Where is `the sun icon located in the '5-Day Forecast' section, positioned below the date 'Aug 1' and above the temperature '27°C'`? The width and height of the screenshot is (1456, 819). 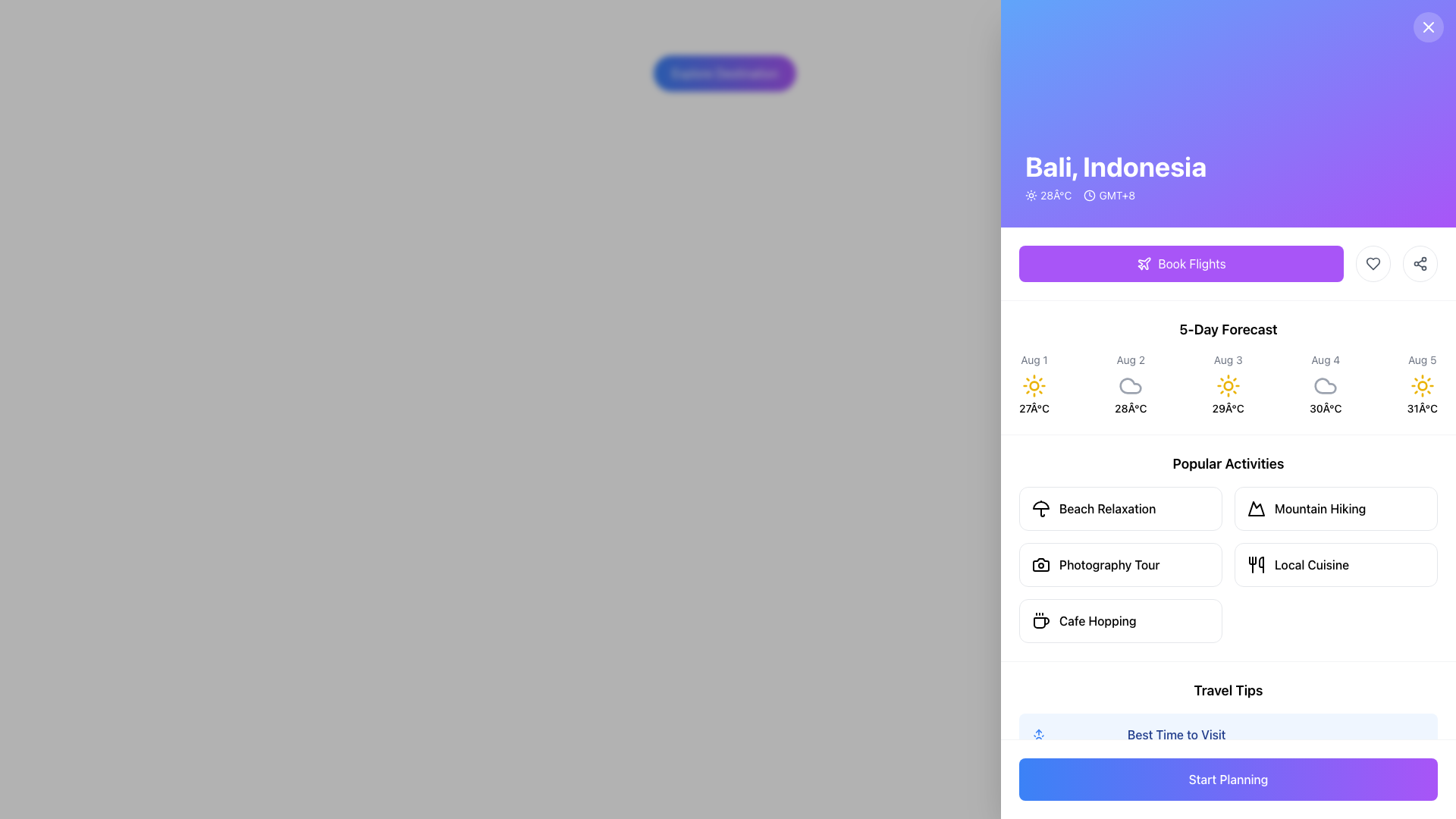 the sun icon located in the '5-Day Forecast' section, positioned below the date 'Aug 1' and above the temperature '27°C' is located at coordinates (1033, 385).